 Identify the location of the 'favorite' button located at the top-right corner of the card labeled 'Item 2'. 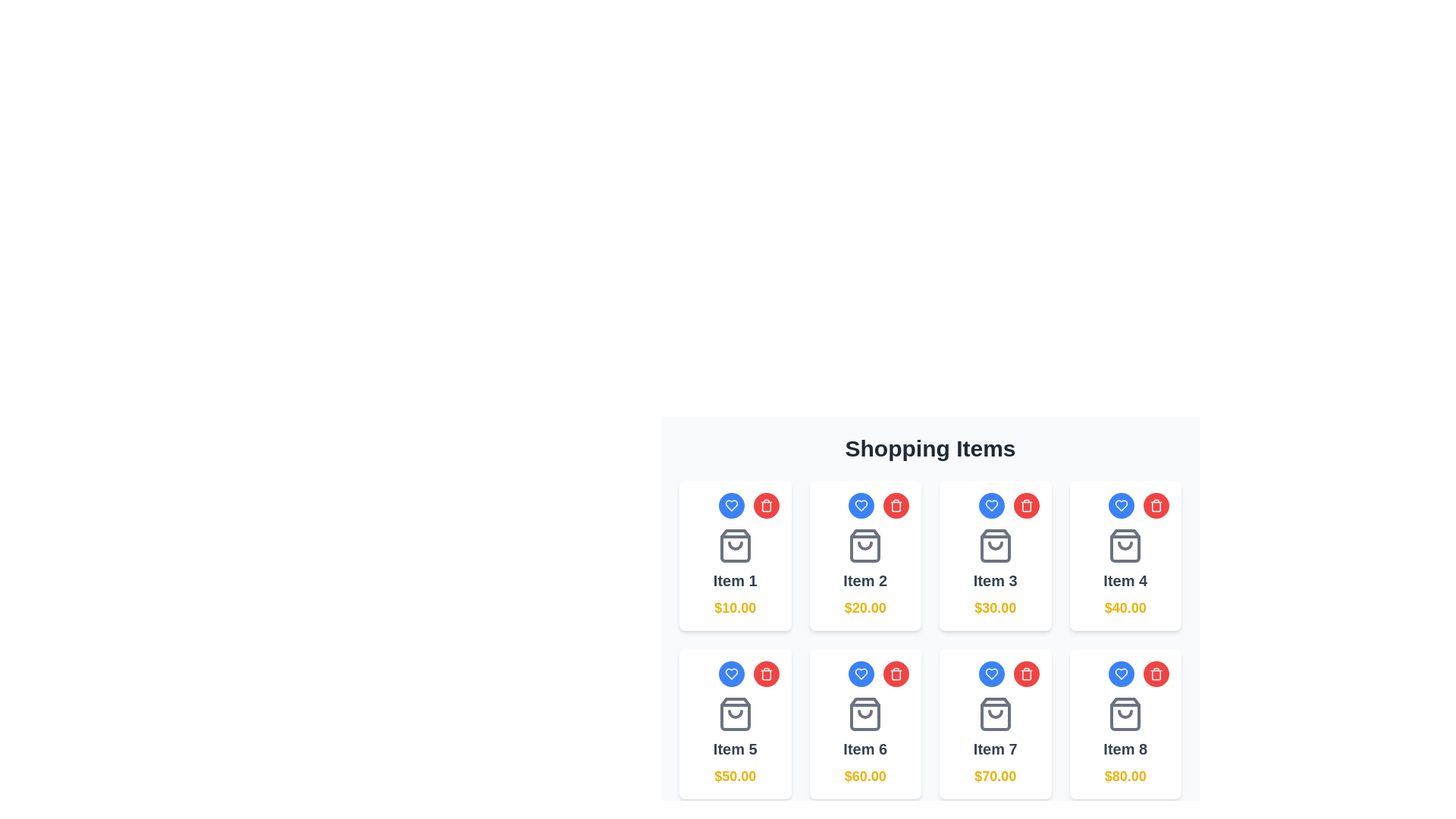
(865, 506).